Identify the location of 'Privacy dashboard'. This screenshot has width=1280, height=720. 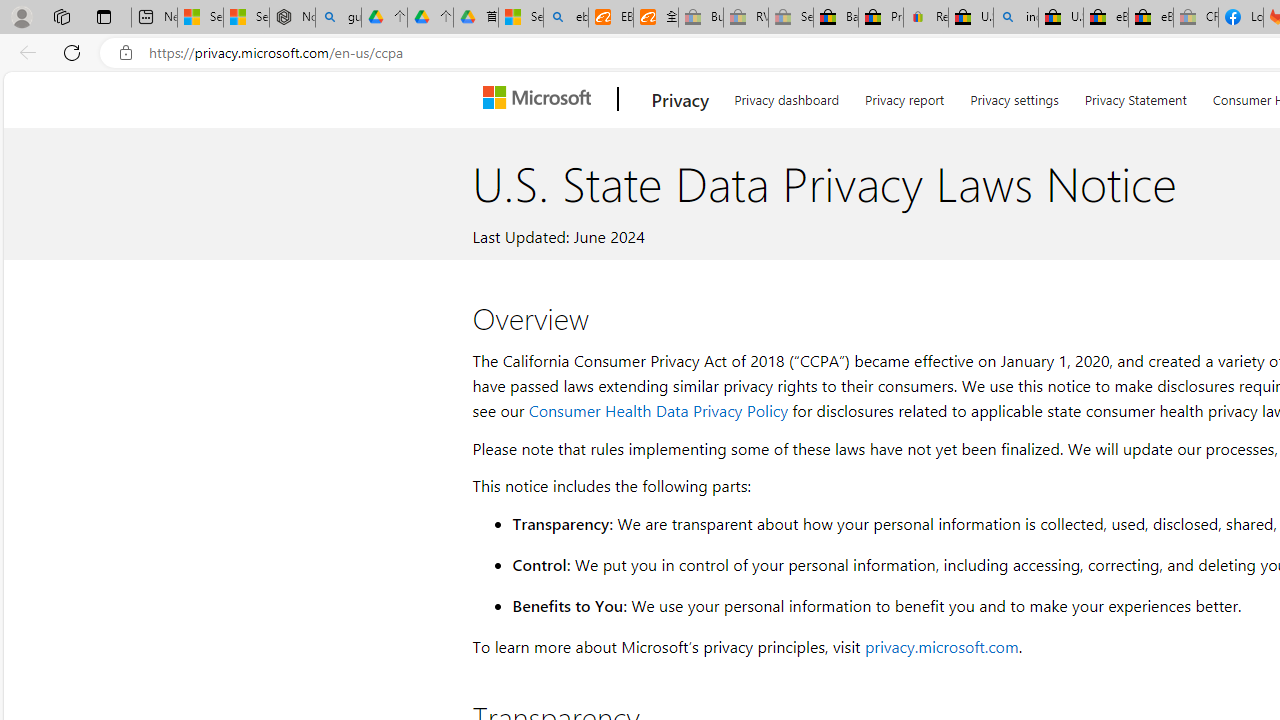
(785, 96).